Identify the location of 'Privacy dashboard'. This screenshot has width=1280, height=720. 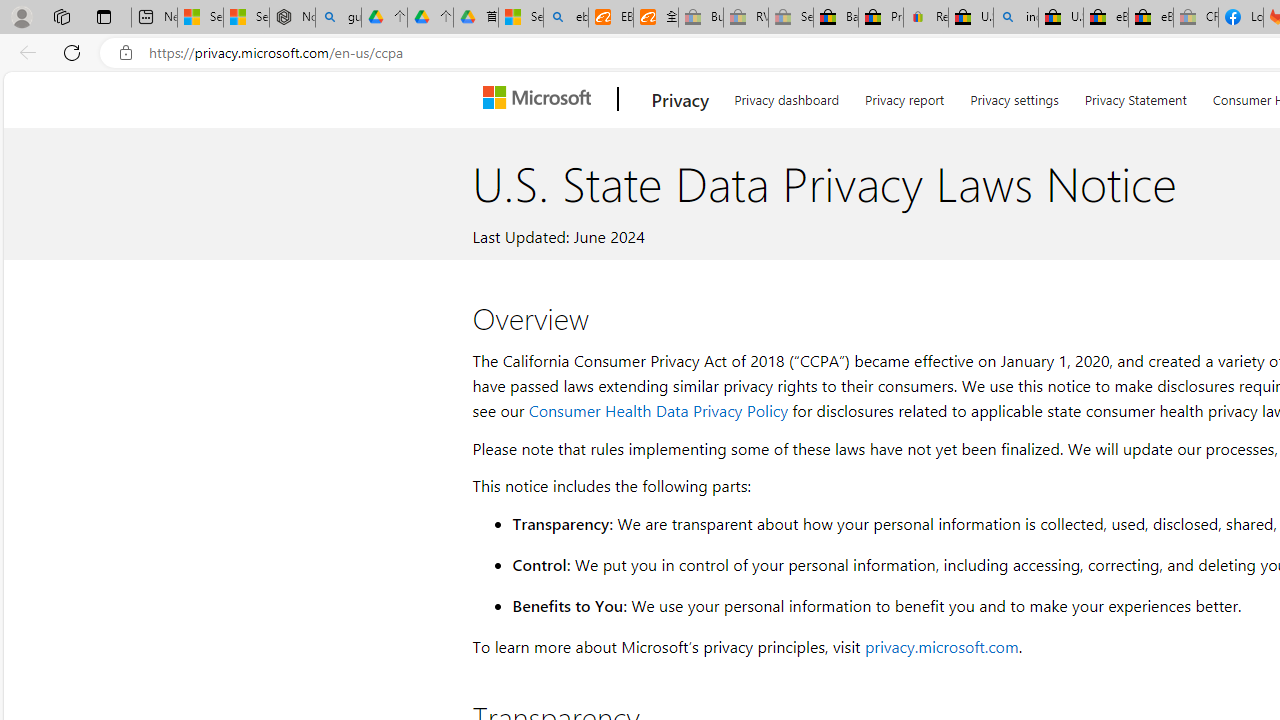
(785, 96).